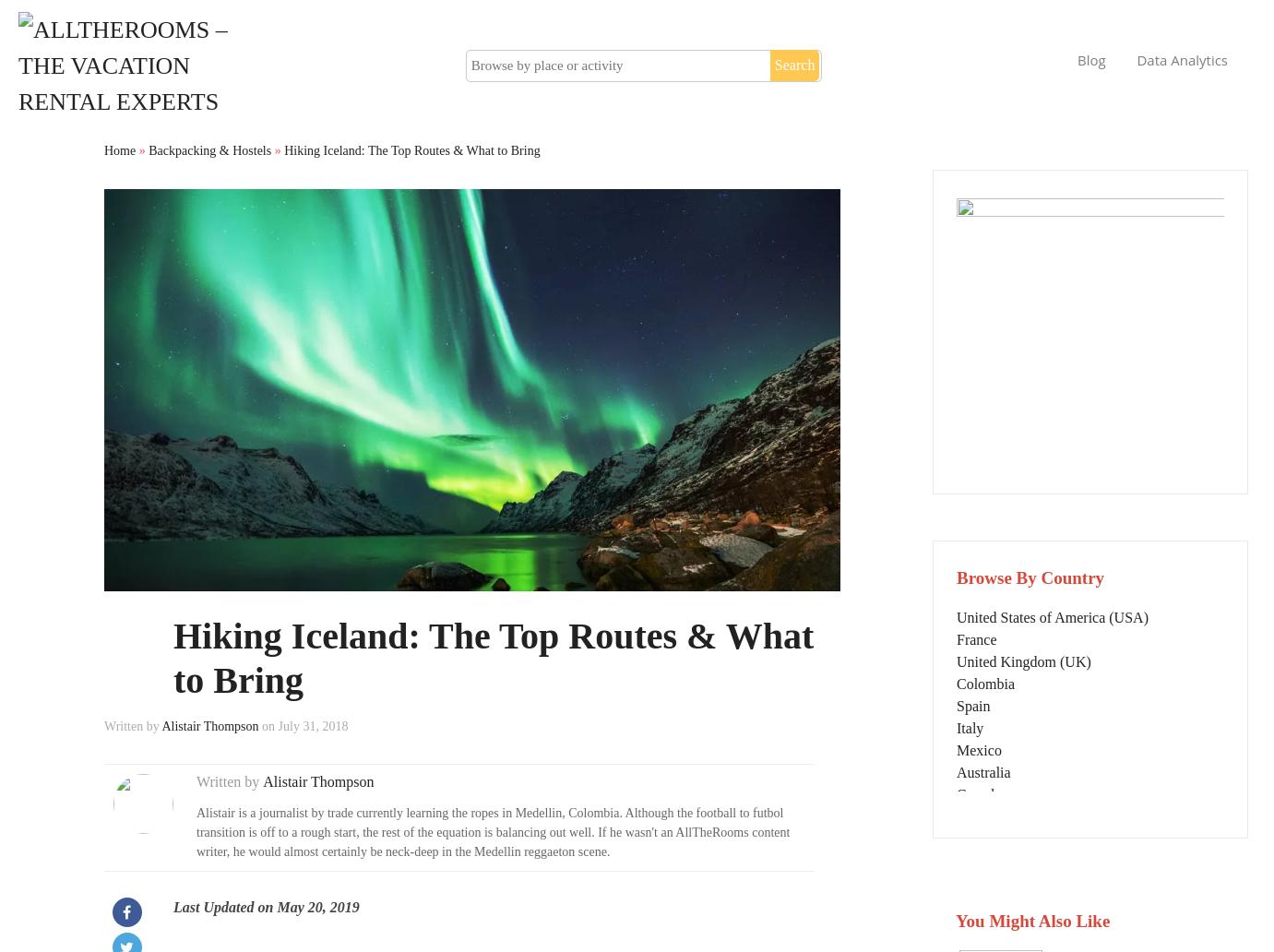 The image size is (1274, 952). I want to click on 'Brazil', so click(956, 881).